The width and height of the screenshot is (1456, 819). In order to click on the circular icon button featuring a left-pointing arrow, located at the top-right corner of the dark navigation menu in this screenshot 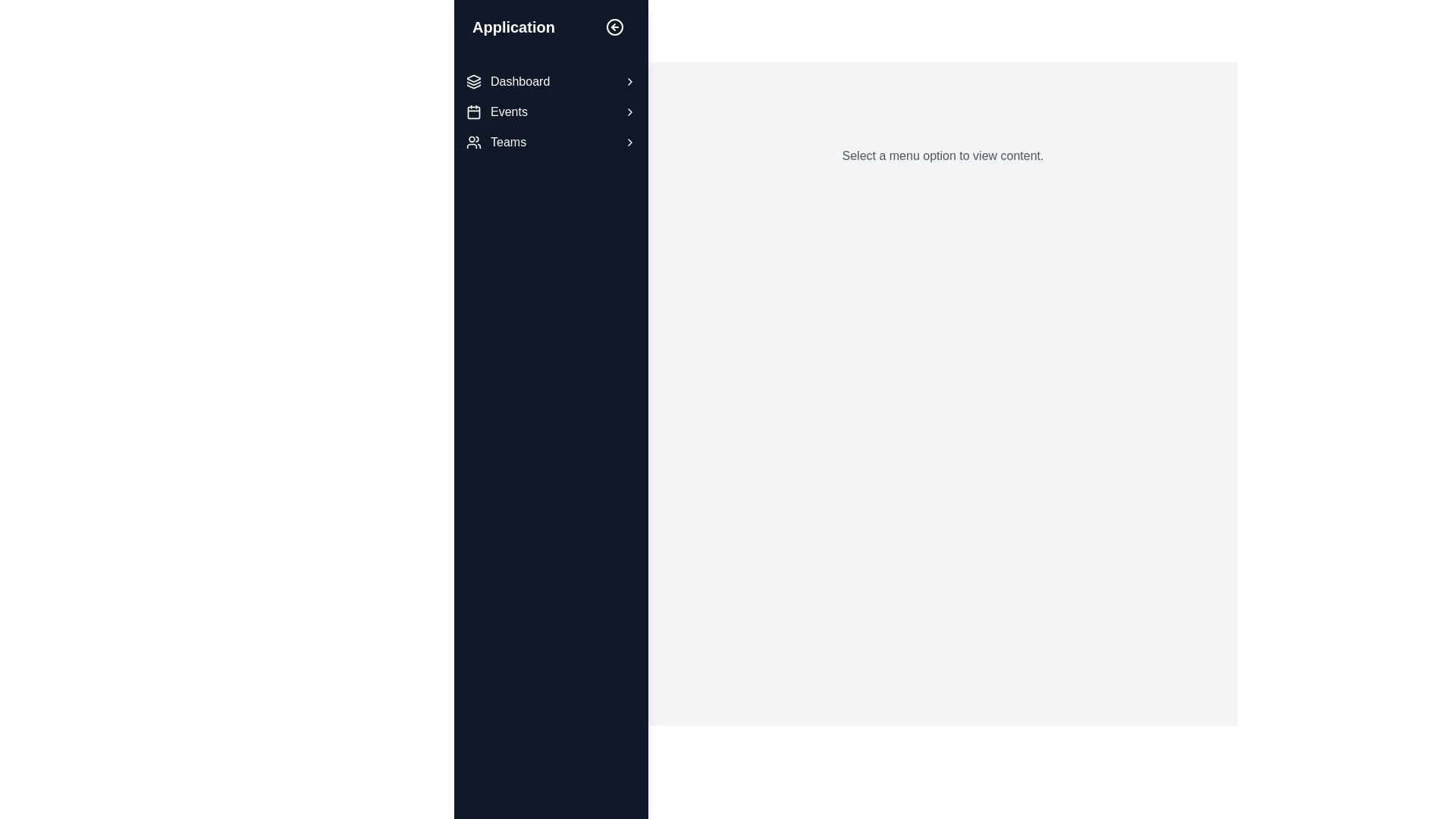, I will do `click(615, 27)`.